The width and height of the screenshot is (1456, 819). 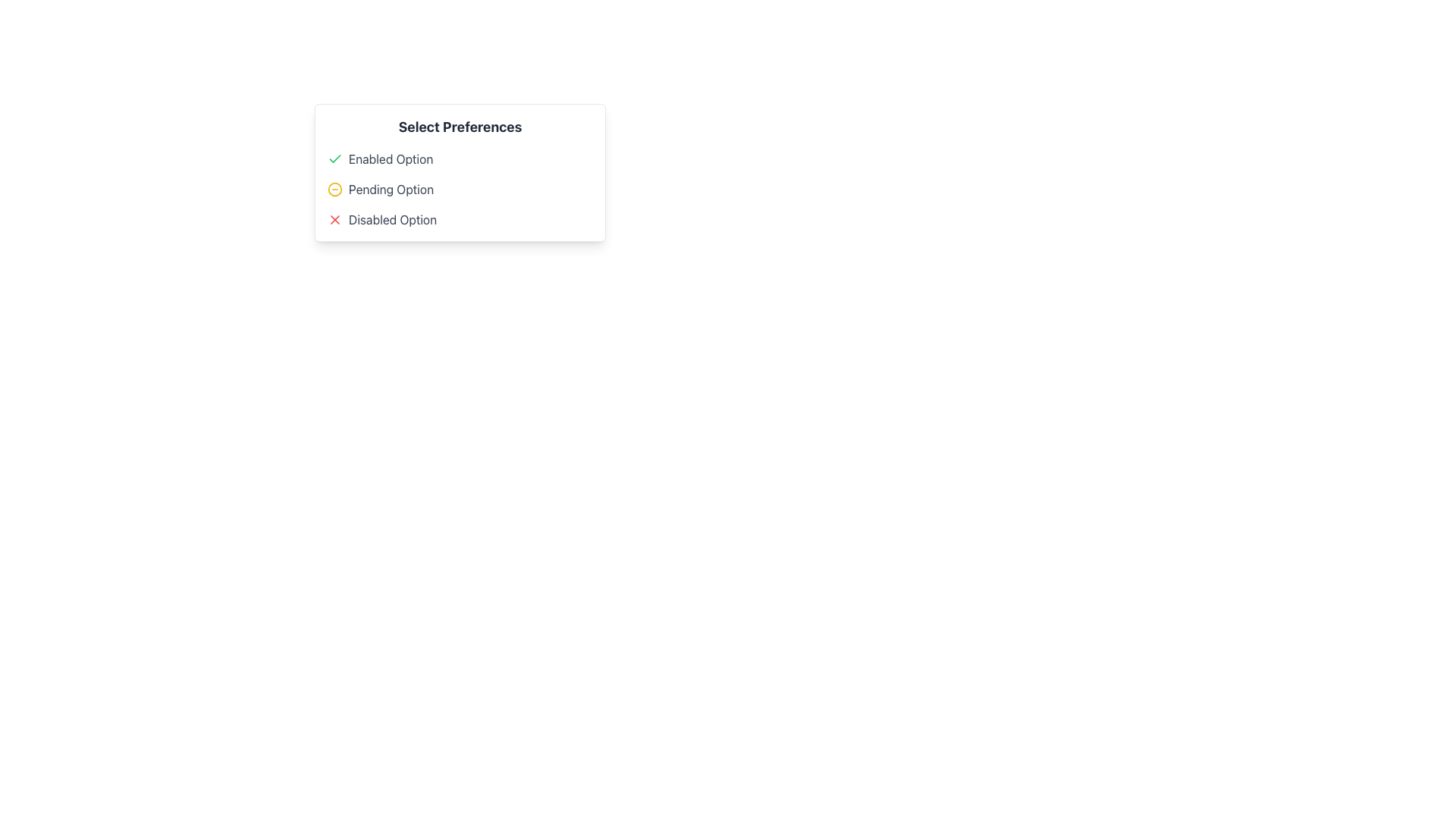 What do you see at coordinates (334, 158) in the screenshot?
I see `the small green-colored checkmark icon located at the top-left corner of the options list under 'Select Preferences', associated with the 'Enabled Option'` at bounding box center [334, 158].